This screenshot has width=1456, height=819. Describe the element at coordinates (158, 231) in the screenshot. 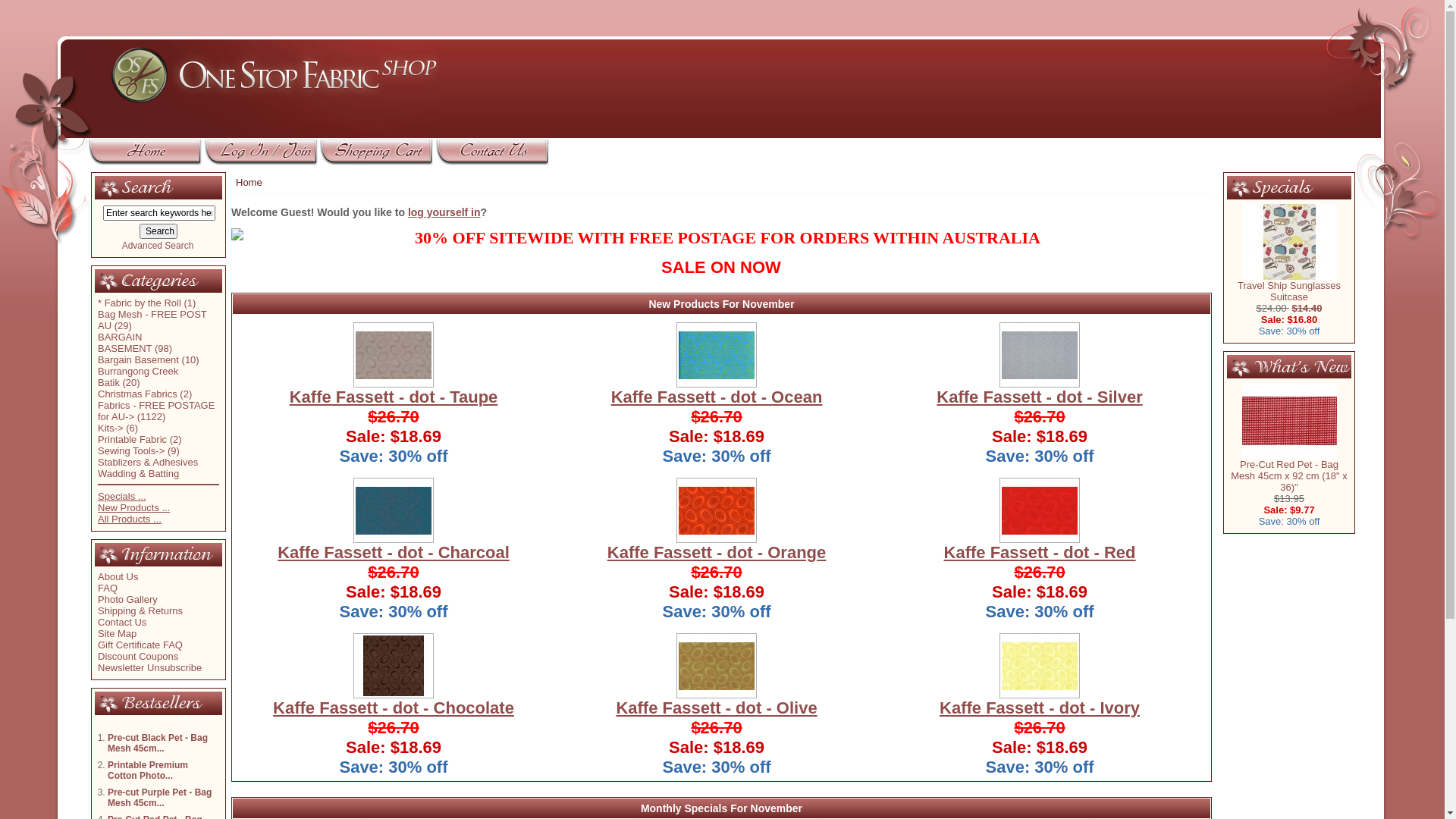

I see `'Search'` at that location.